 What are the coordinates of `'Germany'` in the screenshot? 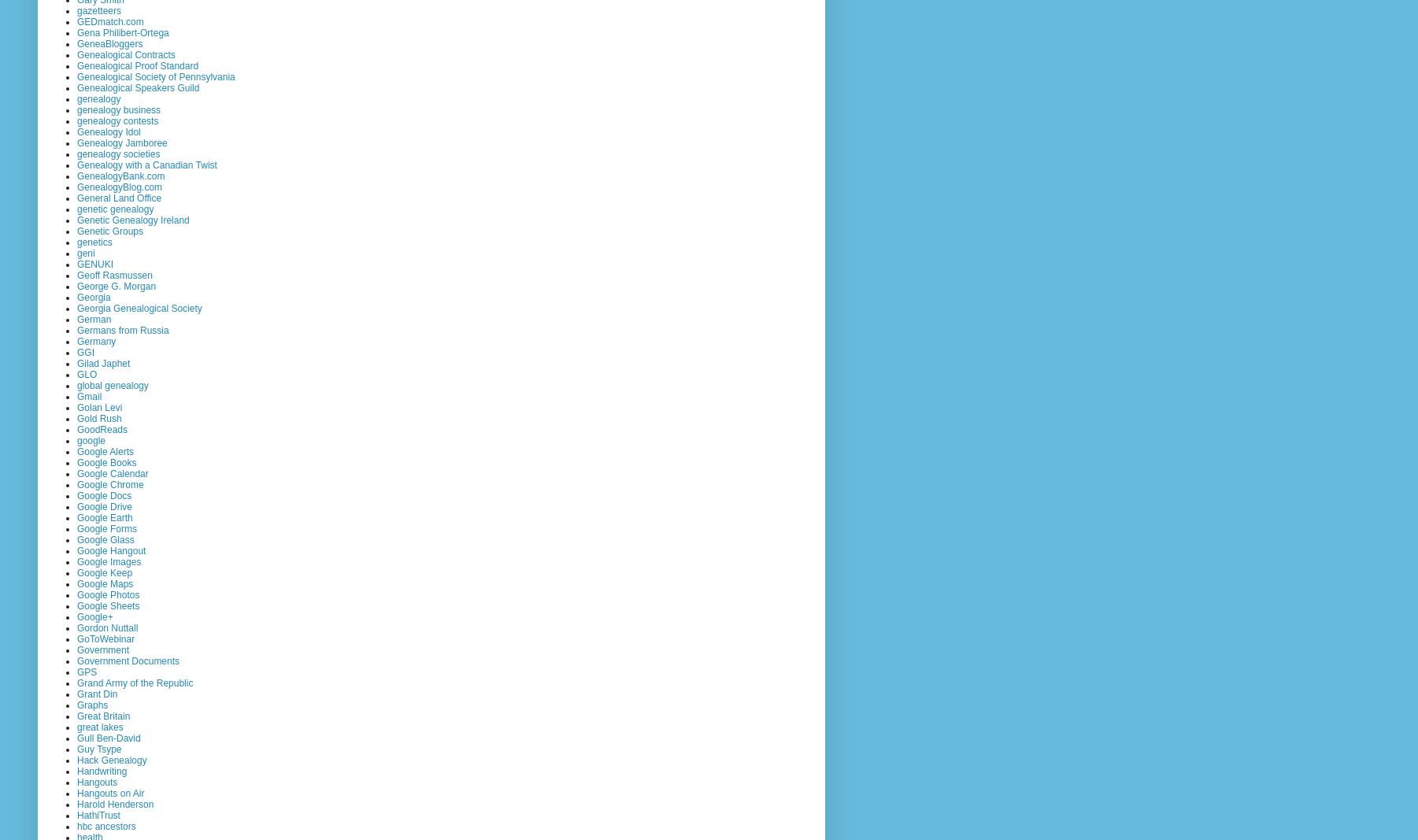 It's located at (96, 339).